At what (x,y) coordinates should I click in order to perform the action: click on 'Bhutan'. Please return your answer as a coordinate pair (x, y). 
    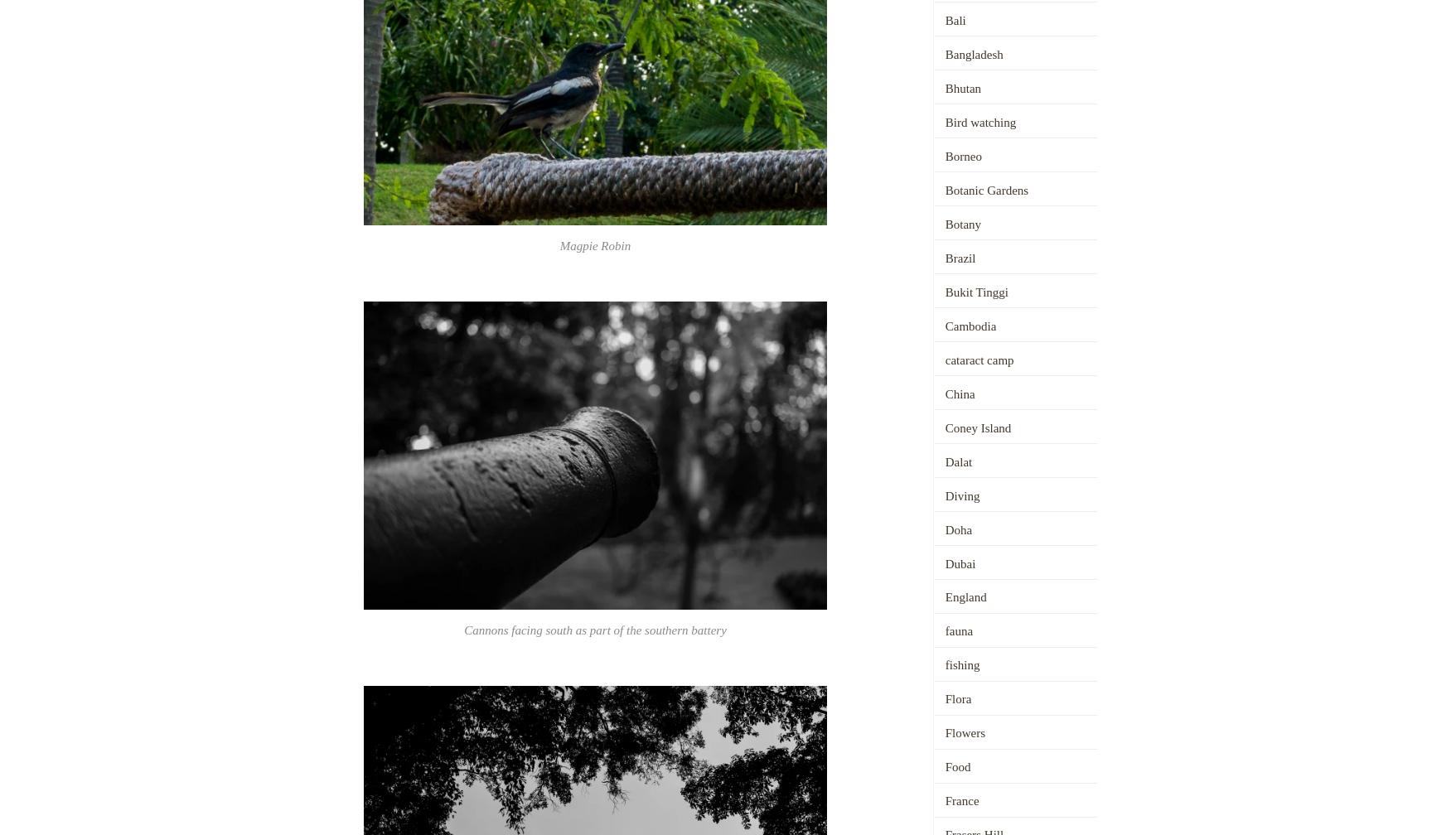
    Looking at the image, I should click on (962, 88).